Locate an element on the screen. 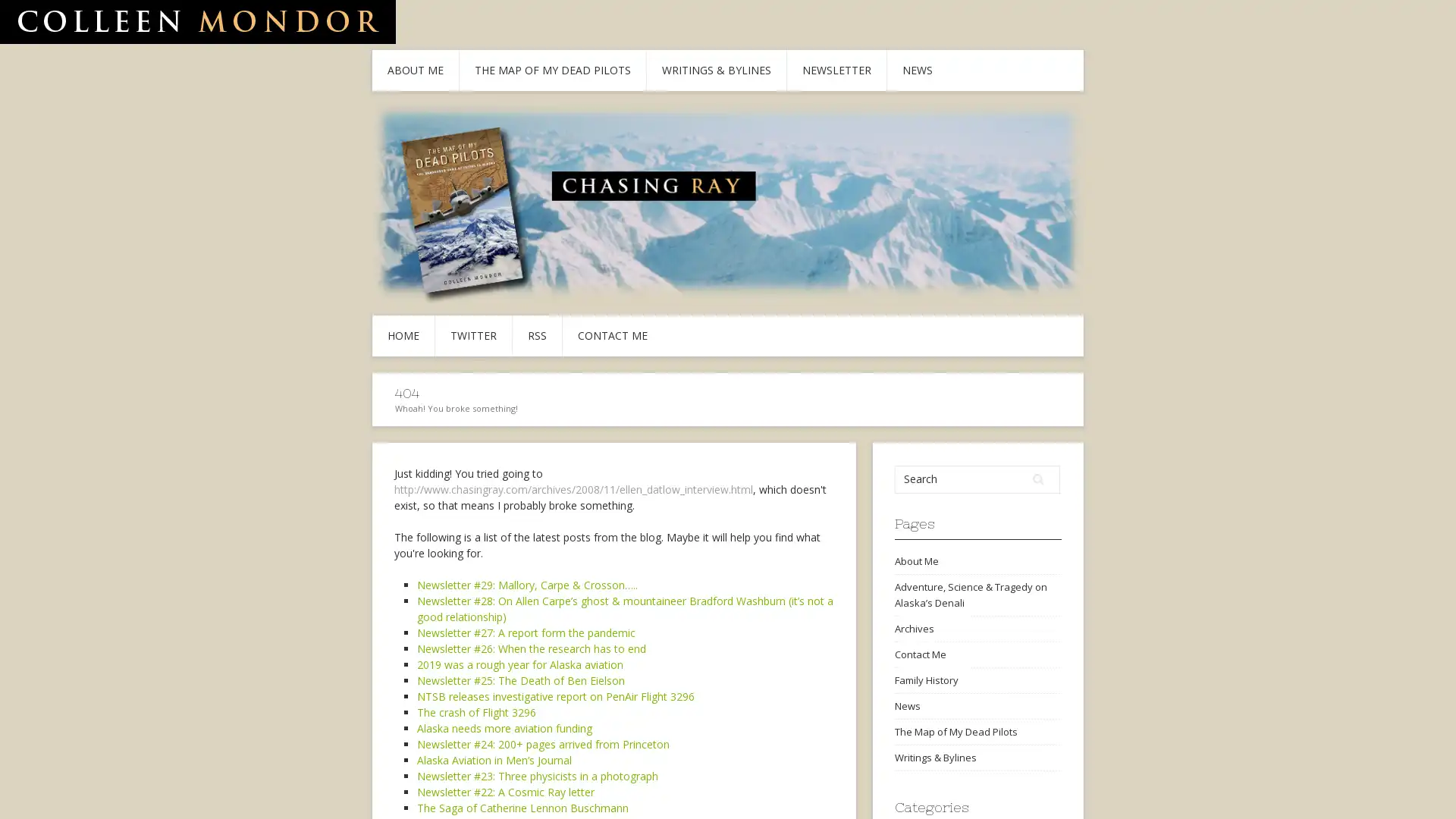 Image resolution: width=1456 pixels, height=819 pixels. Search is located at coordinates (1037, 479).